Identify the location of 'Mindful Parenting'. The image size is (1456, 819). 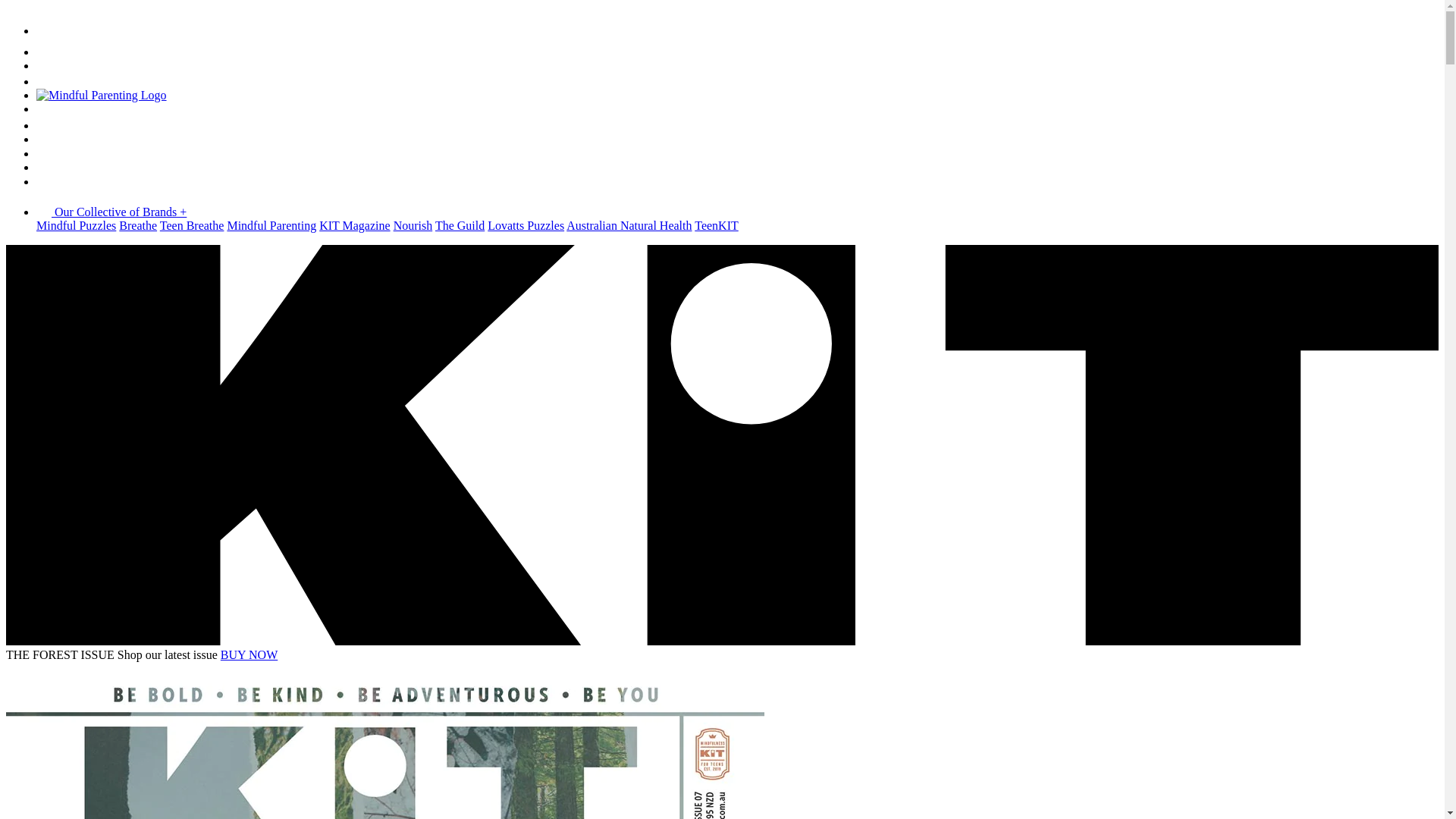
(271, 225).